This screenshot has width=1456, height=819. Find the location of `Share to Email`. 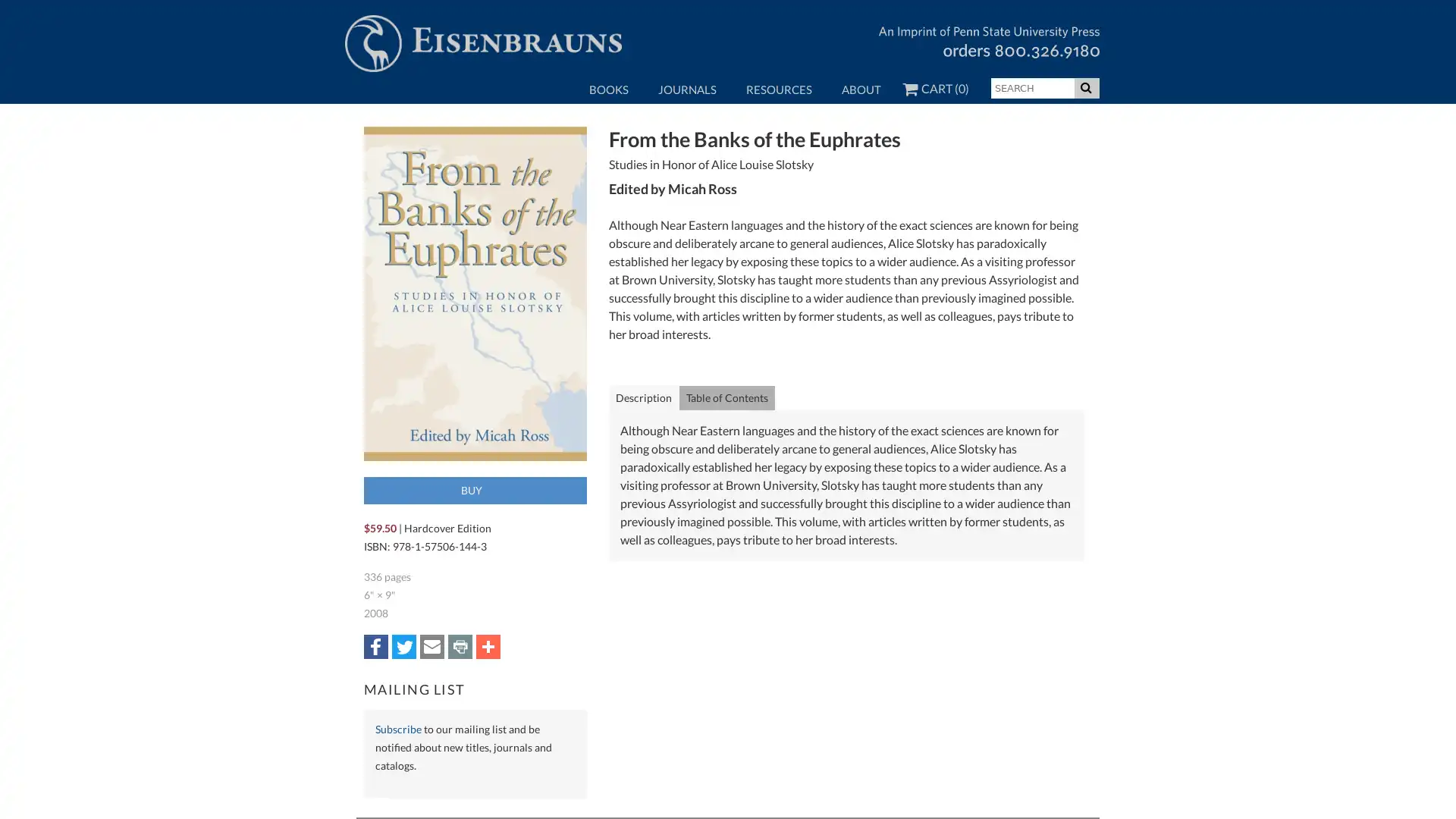

Share to Email is located at coordinates (431, 646).